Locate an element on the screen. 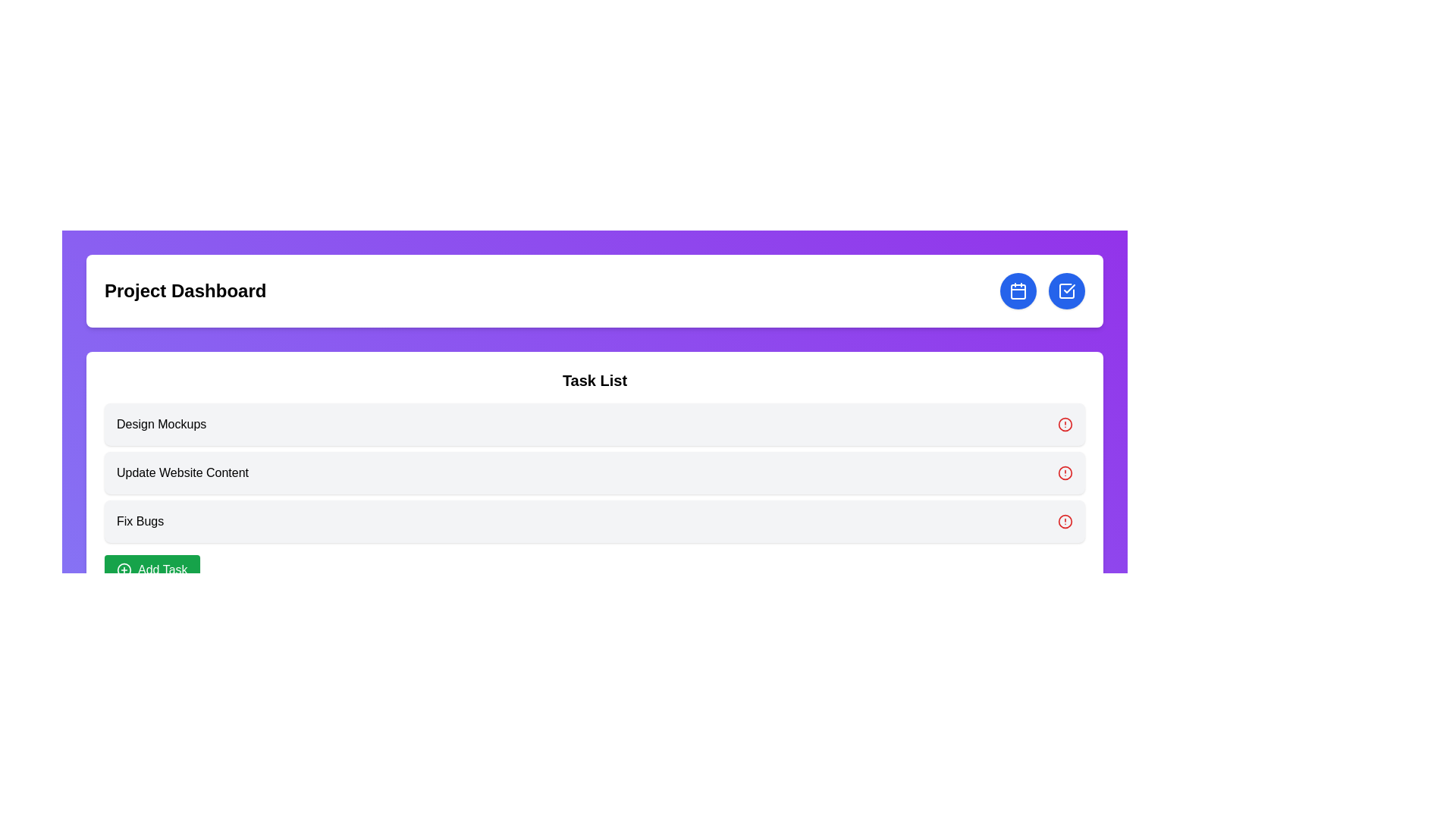 The width and height of the screenshot is (1456, 819). the visual feedback associated with the circular boundary indicating the 'Fix Bugs' task entry, which is the third icon in a sequence along the right edge of list items is located at coordinates (1065, 520).